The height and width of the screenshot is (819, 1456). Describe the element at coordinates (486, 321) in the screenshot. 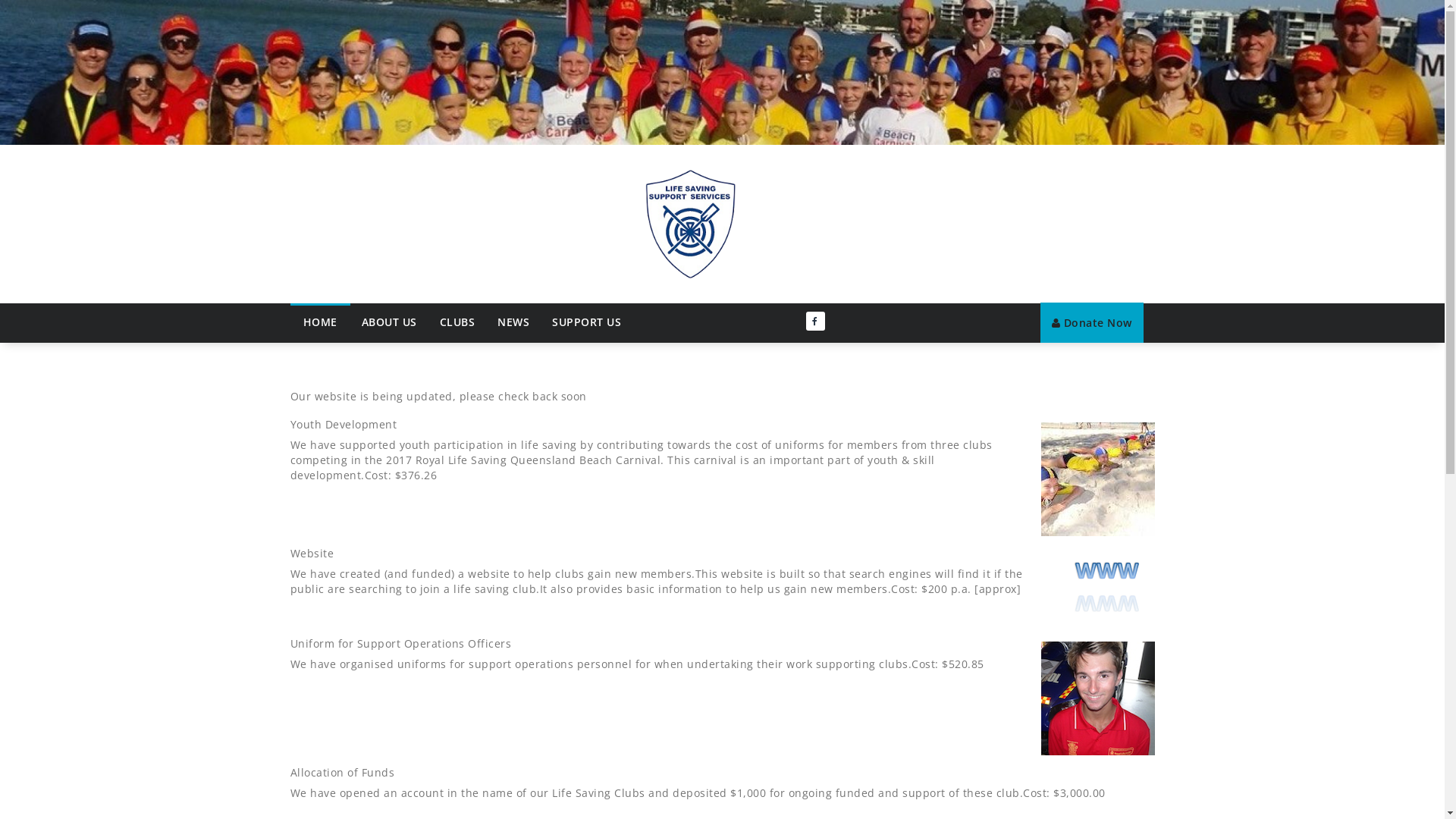

I see `'NEWS'` at that location.